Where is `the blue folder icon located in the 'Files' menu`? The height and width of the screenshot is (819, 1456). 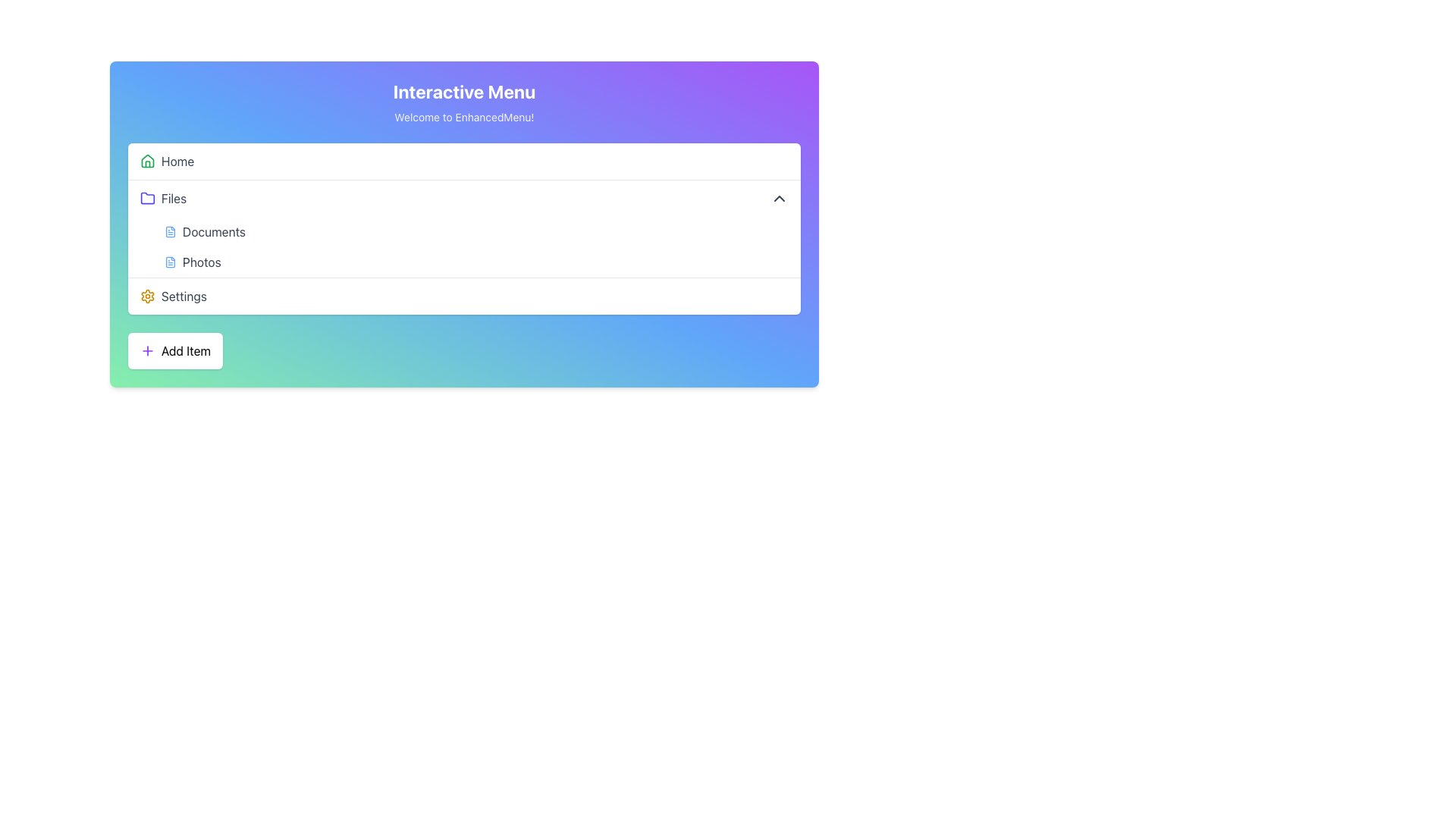 the blue folder icon located in the 'Files' menu is located at coordinates (148, 198).